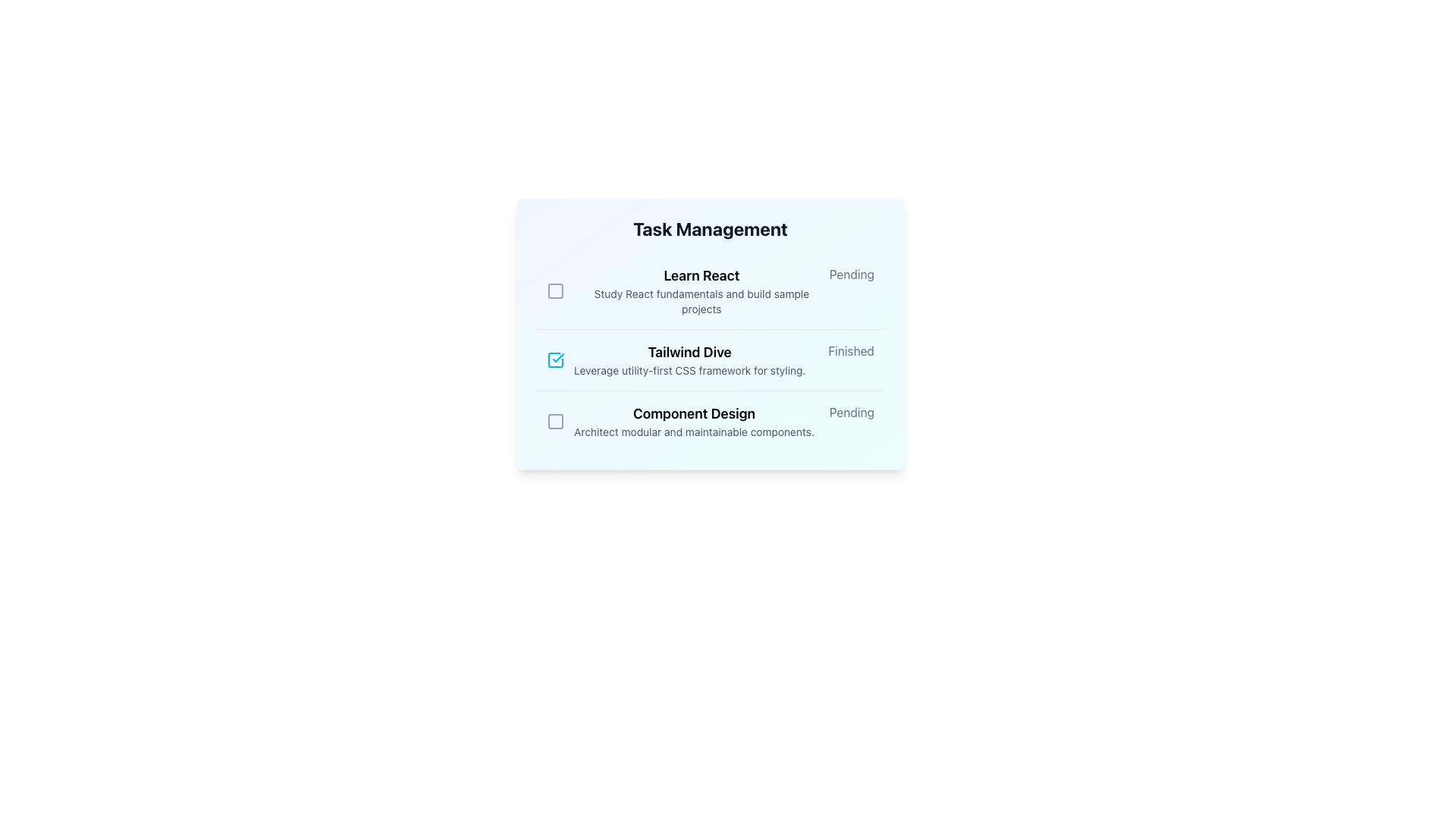 This screenshot has height=819, width=1456. I want to click on the descriptive text reading 'Leverage utility-first CSS framework for styling.' which is located directly below the bold title 'Tailwind Dive', so click(689, 371).